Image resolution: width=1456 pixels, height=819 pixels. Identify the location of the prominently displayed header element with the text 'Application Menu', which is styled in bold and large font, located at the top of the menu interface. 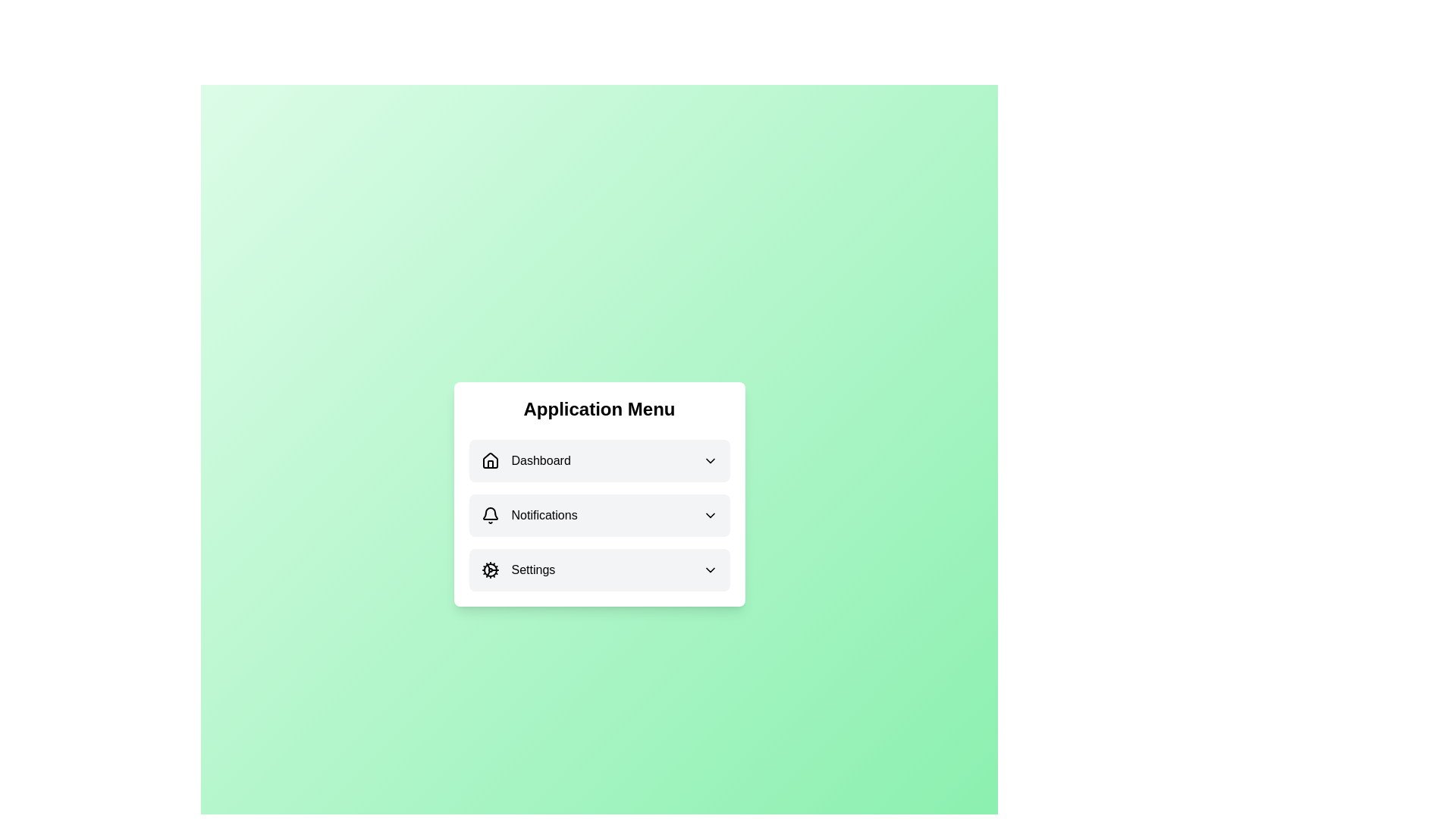
(598, 409).